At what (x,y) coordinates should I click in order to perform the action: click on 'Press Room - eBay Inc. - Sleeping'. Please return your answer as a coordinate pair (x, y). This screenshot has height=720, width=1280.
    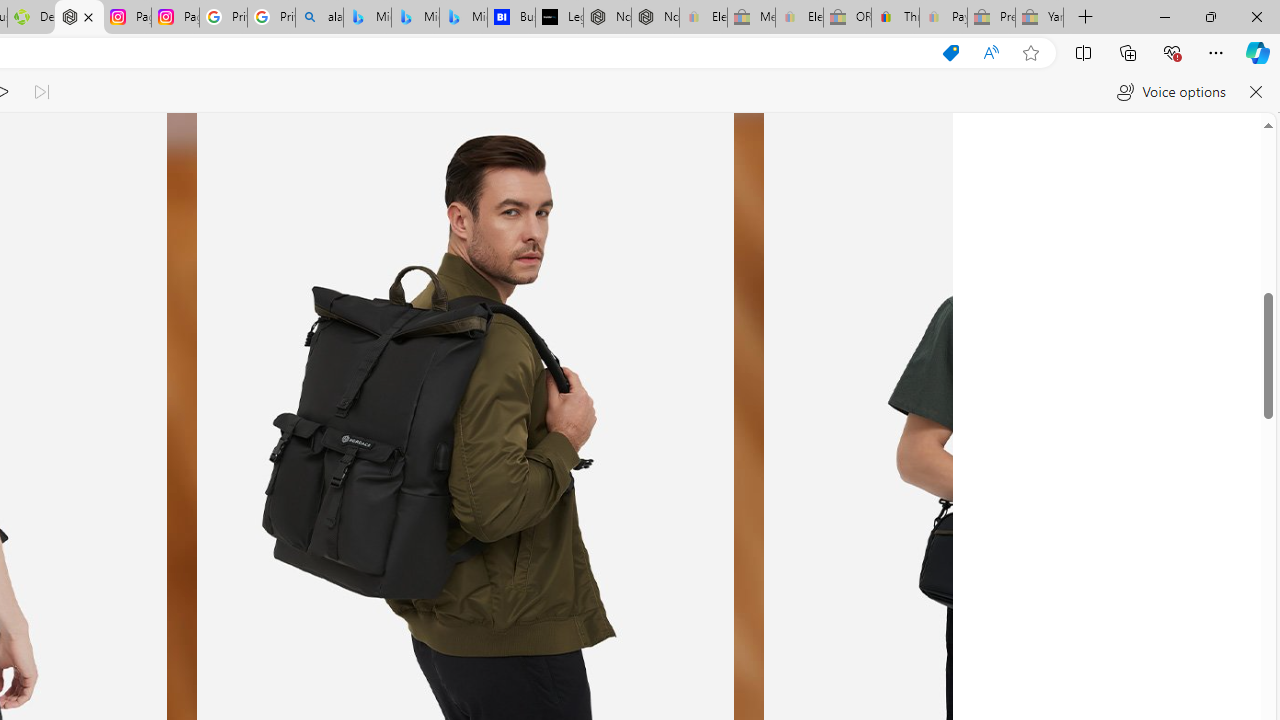
    Looking at the image, I should click on (991, 17).